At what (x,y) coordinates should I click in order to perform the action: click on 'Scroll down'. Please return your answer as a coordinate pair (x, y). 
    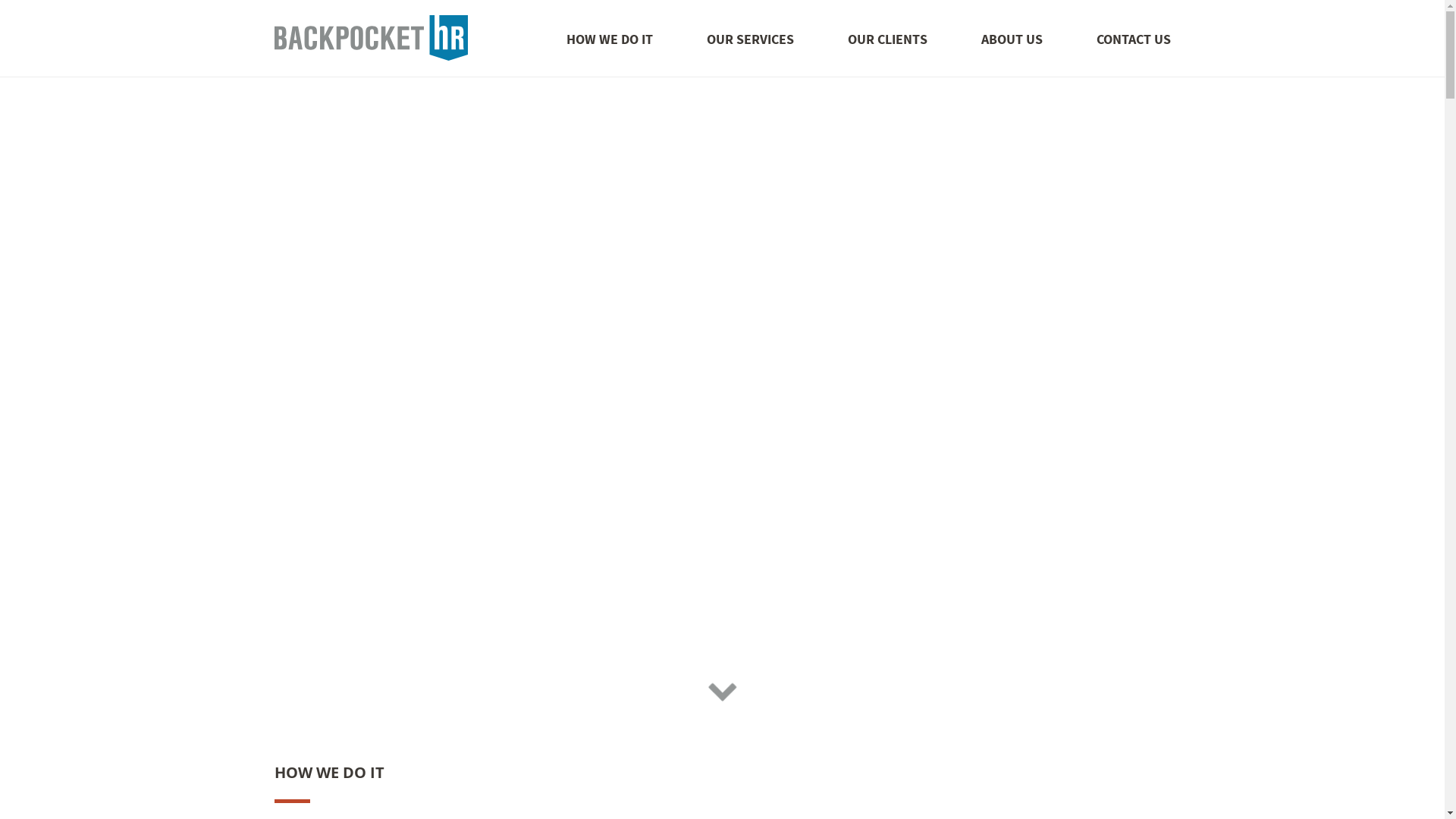
    Looking at the image, I should click on (705, 688).